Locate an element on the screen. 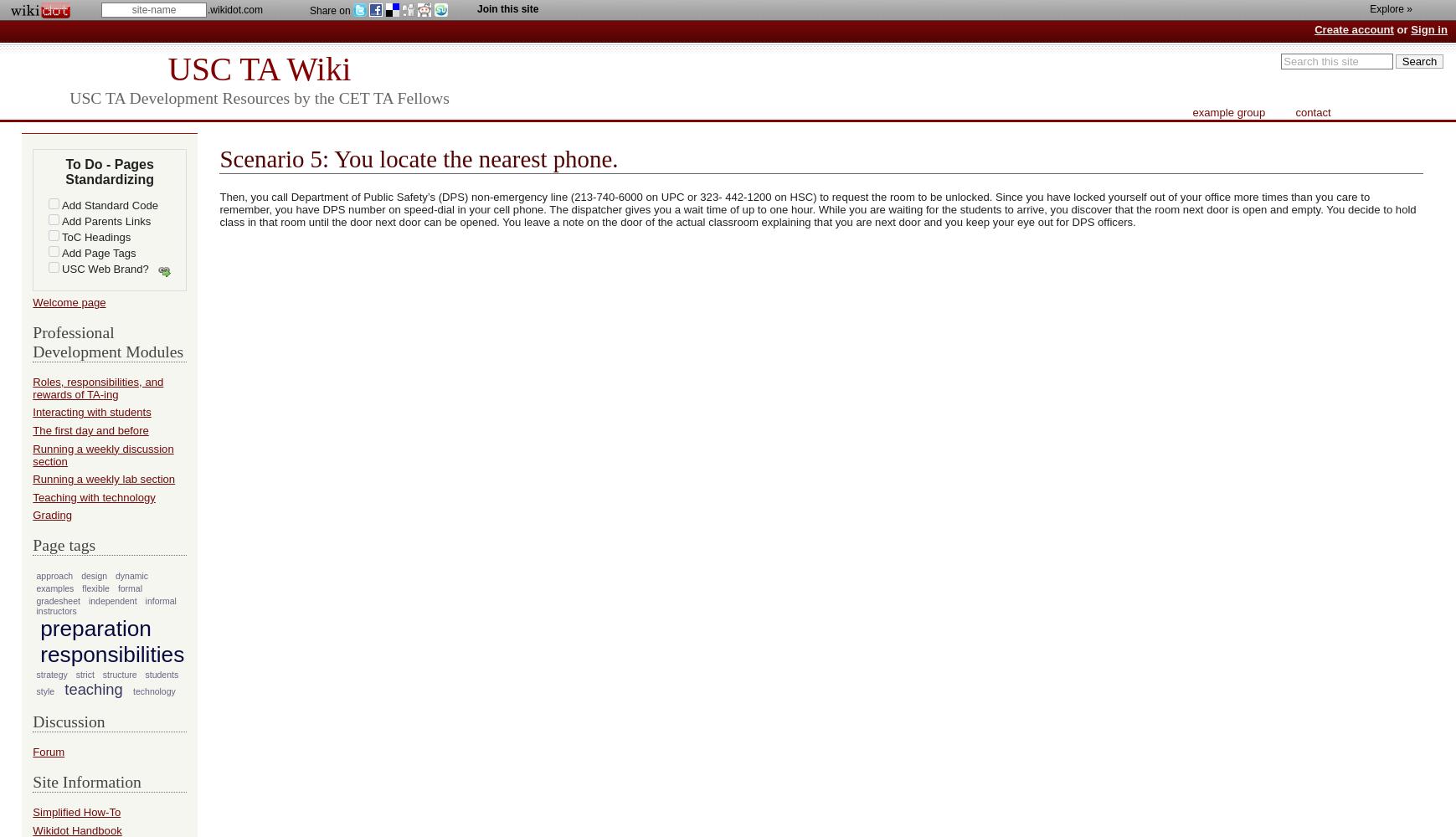  '.wikidot.com' is located at coordinates (234, 10).